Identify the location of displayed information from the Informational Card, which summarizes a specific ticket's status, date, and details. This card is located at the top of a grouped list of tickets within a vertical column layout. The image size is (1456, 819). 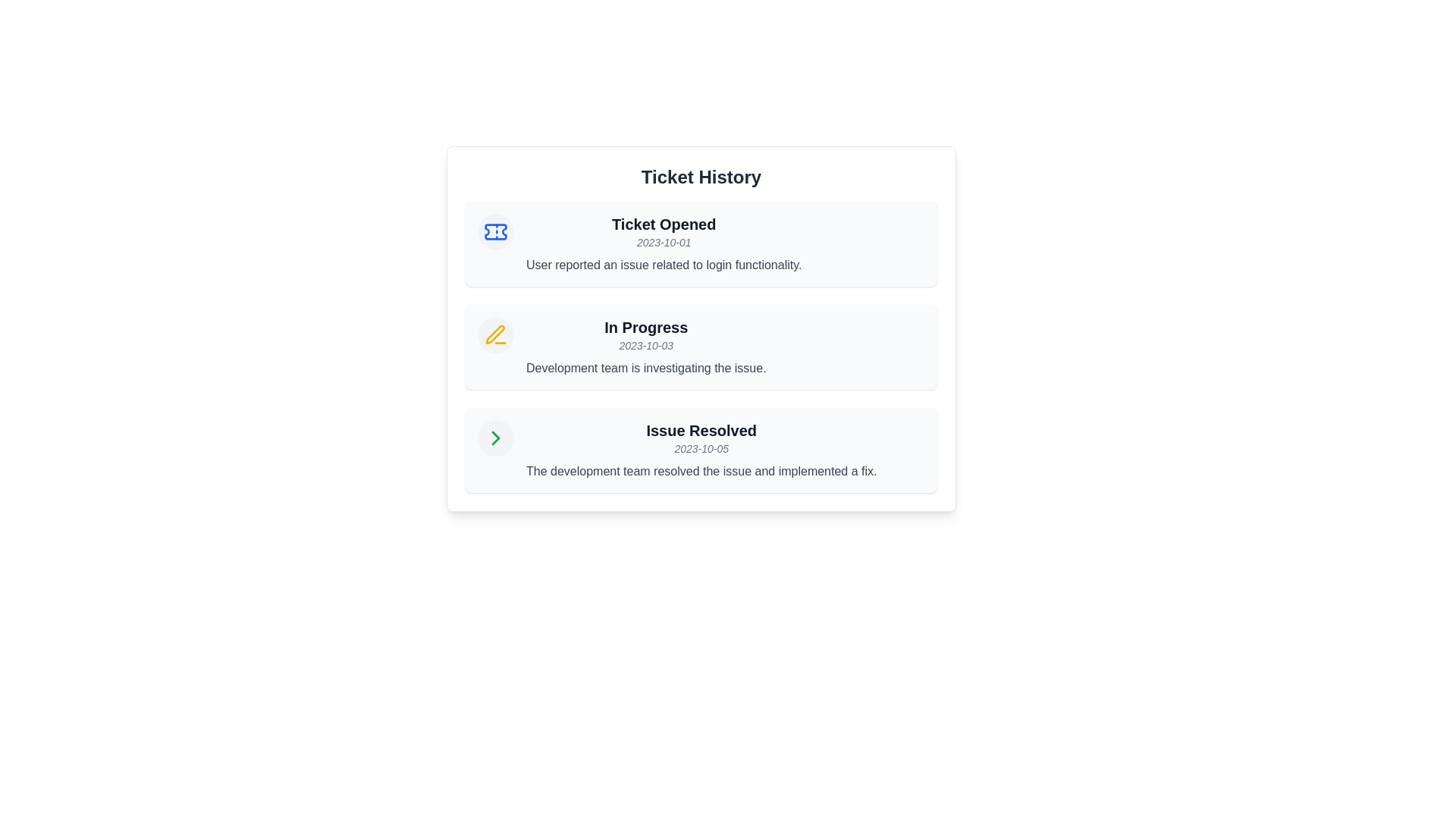
(701, 243).